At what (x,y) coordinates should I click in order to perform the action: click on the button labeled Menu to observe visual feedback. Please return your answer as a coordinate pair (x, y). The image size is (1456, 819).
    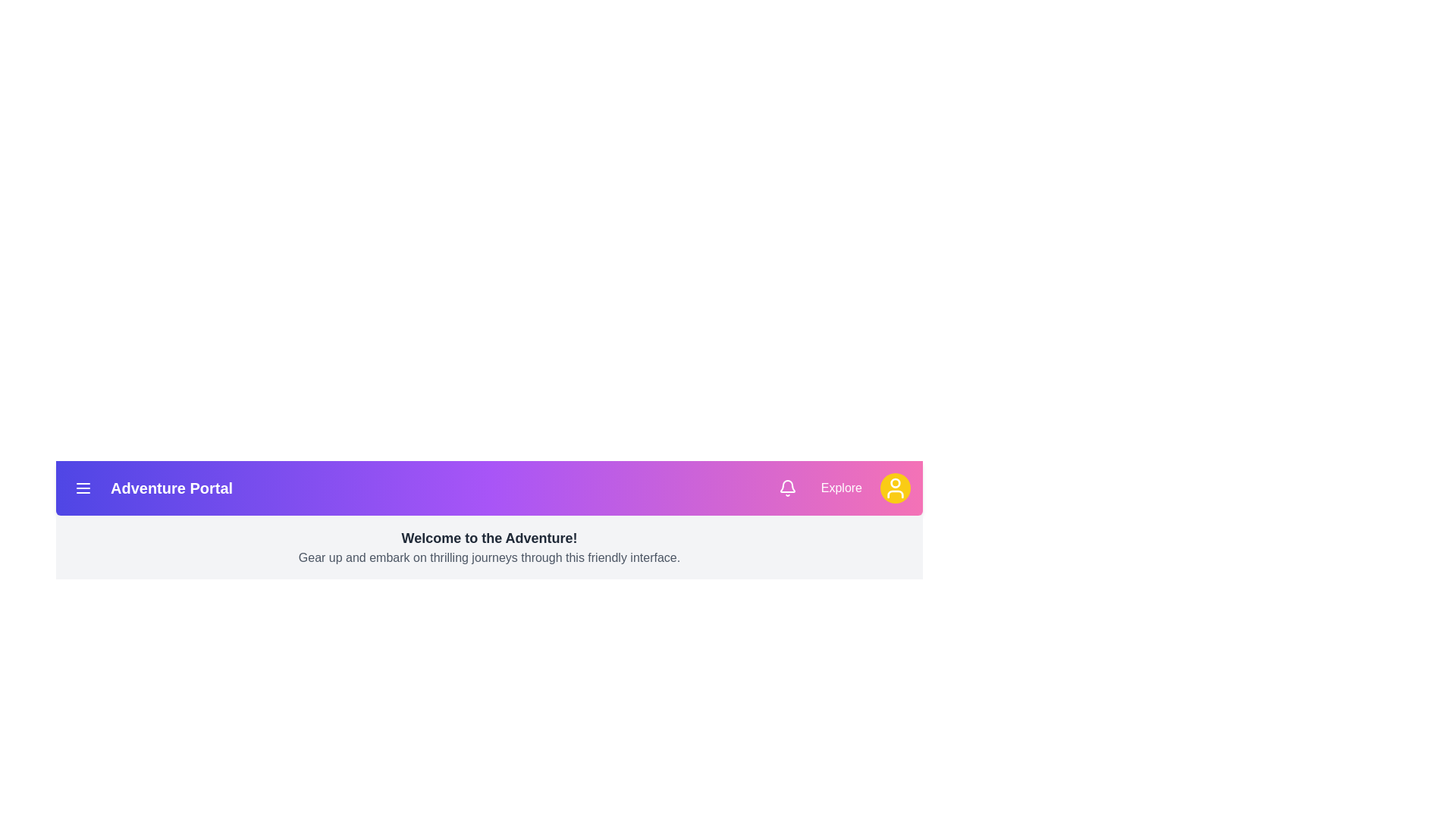
    Looking at the image, I should click on (83, 488).